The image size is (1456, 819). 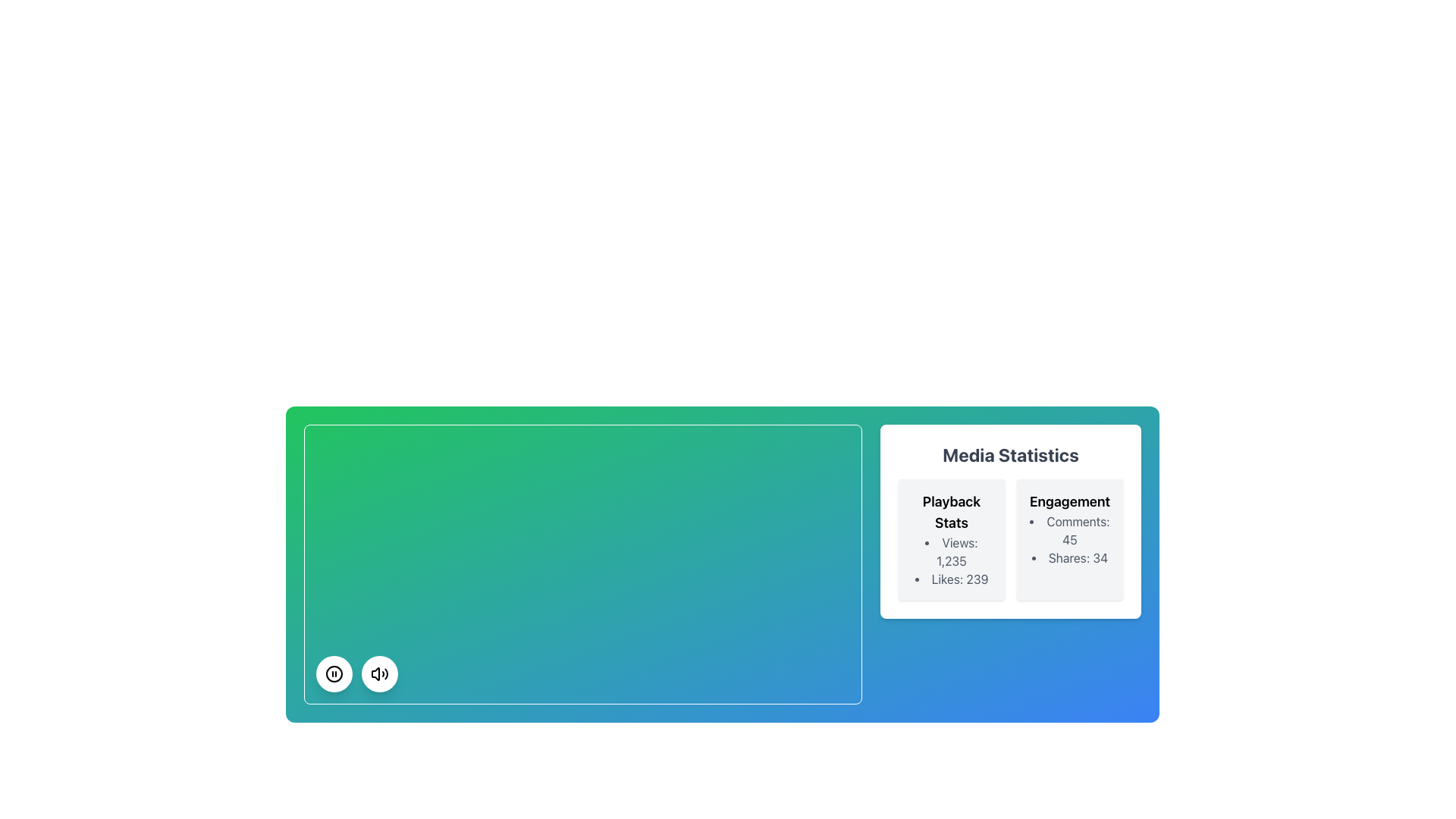 What do you see at coordinates (1011, 454) in the screenshot?
I see `the bold text label reading 'Media Statistics' located at the top of the statistics panel, which is positioned in the top-right corner of the interface` at bounding box center [1011, 454].